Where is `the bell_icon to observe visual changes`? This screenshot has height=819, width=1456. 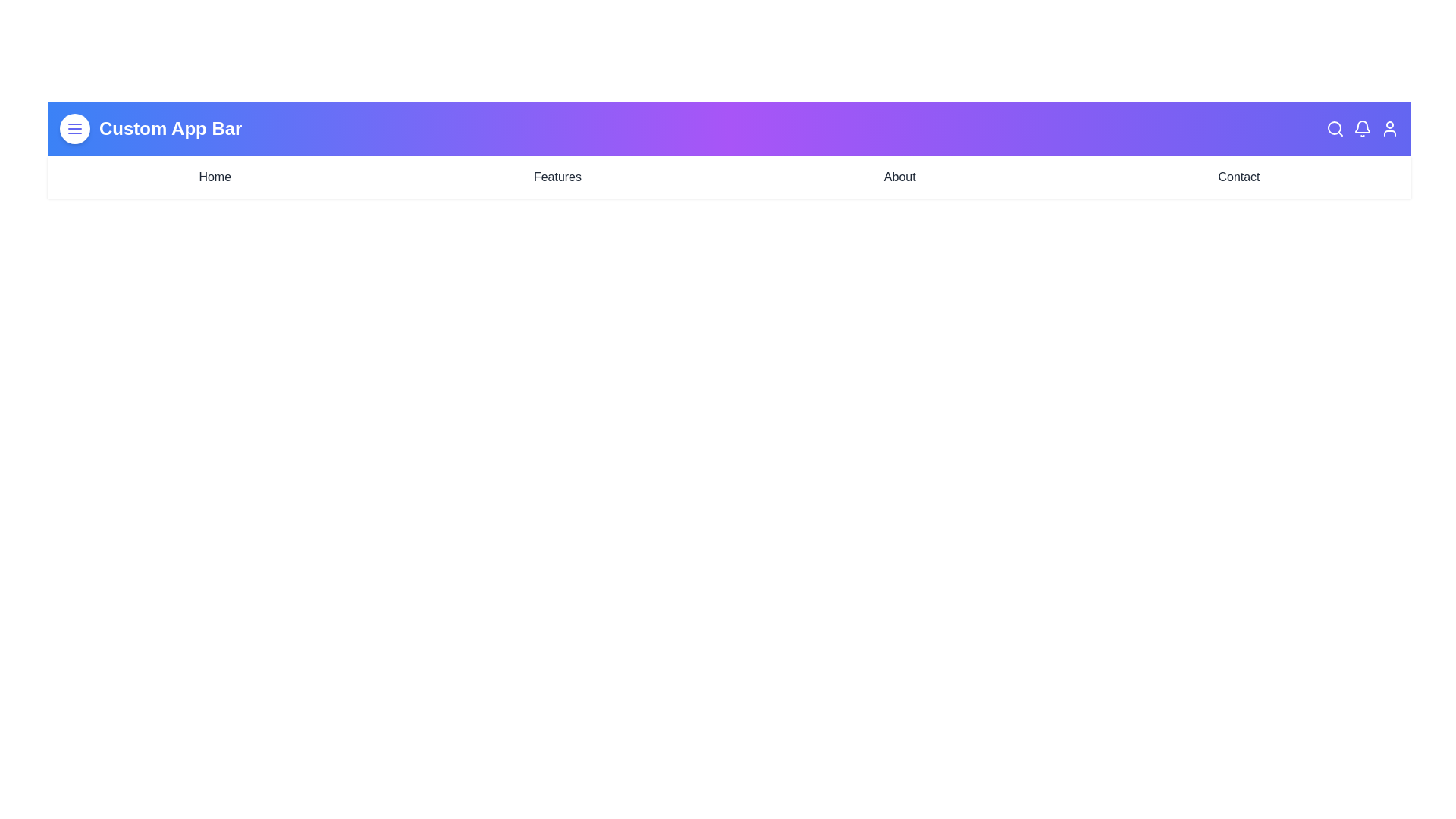
the bell_icon to observe visual changes is located at coordinates (1362, 127).